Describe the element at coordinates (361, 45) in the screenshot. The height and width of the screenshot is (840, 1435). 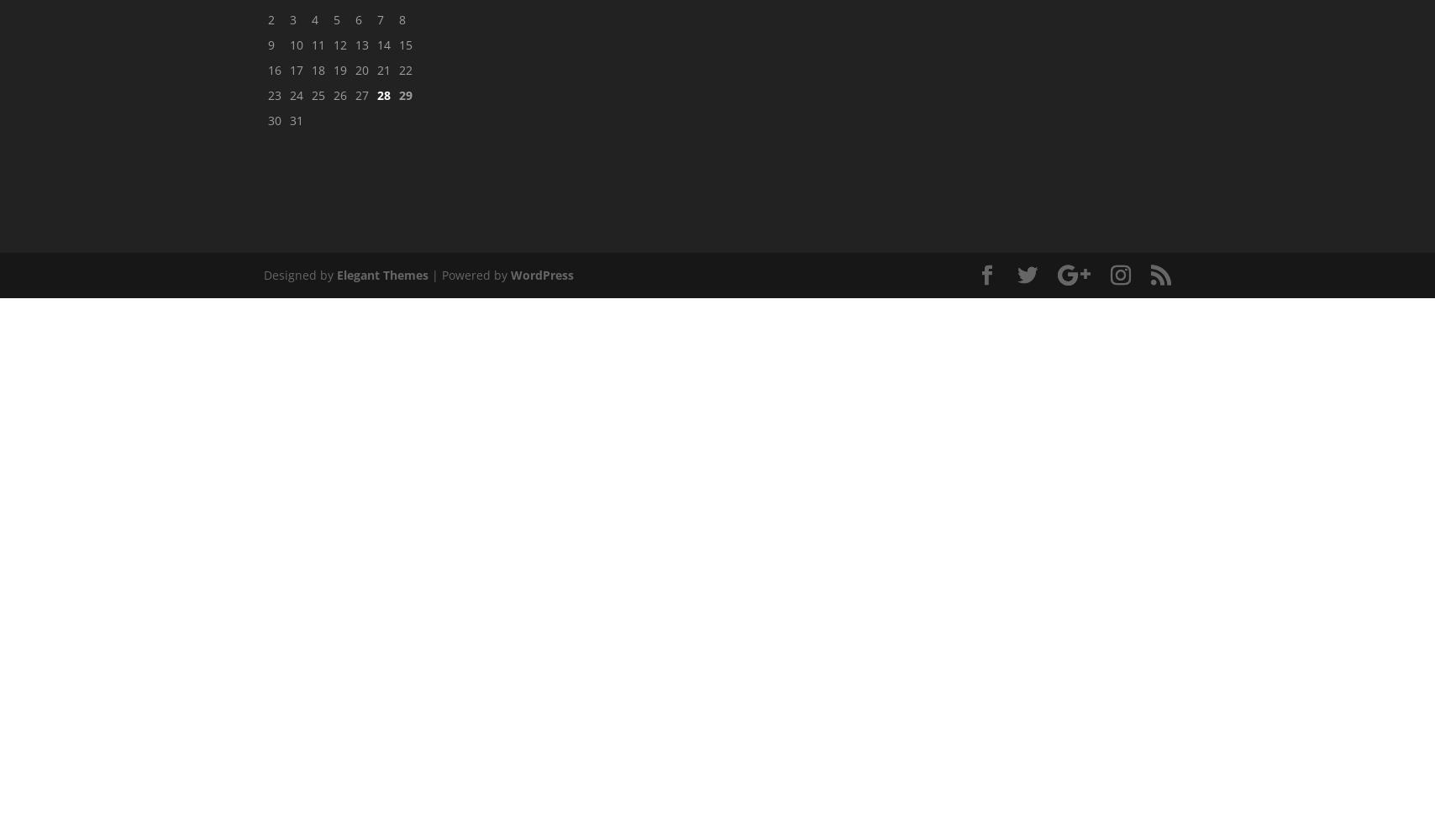
I see `'13'` at that location.